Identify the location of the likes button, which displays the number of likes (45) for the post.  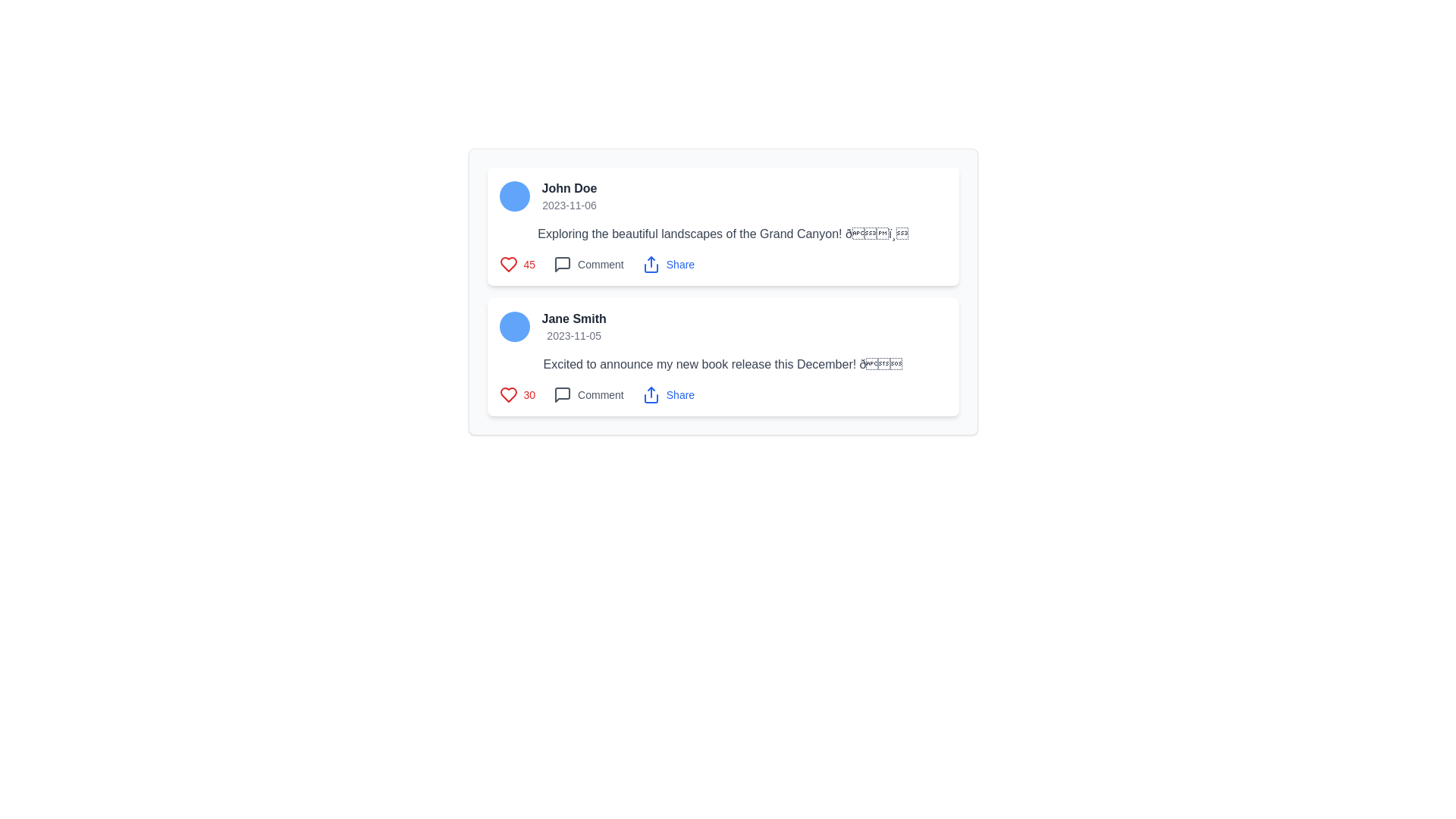
(517, 263).